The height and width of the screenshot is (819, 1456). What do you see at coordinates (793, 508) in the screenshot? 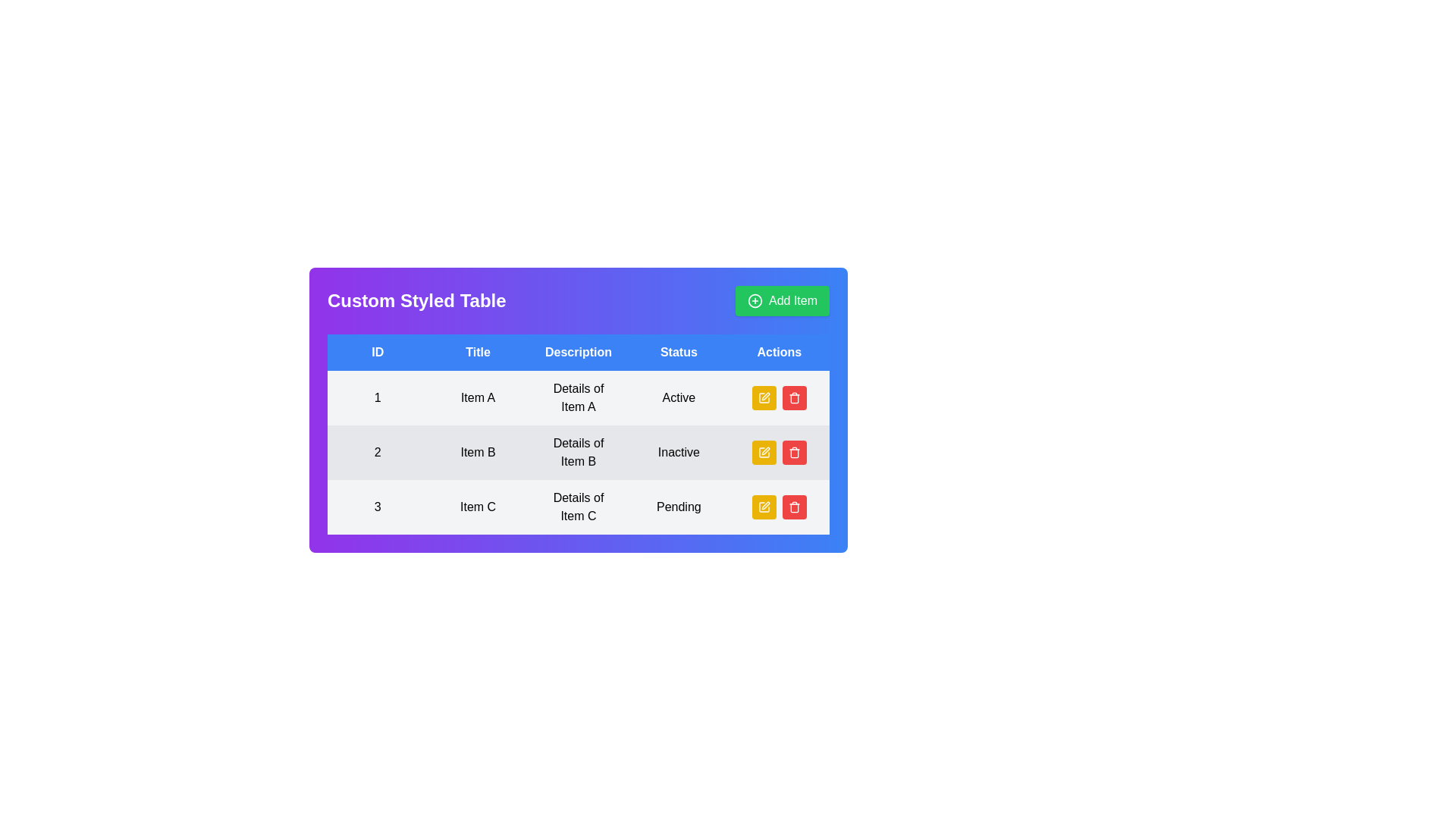
I see `the trash can icon in the Actions column of the third row of the table` at bounding box center [793, 508].